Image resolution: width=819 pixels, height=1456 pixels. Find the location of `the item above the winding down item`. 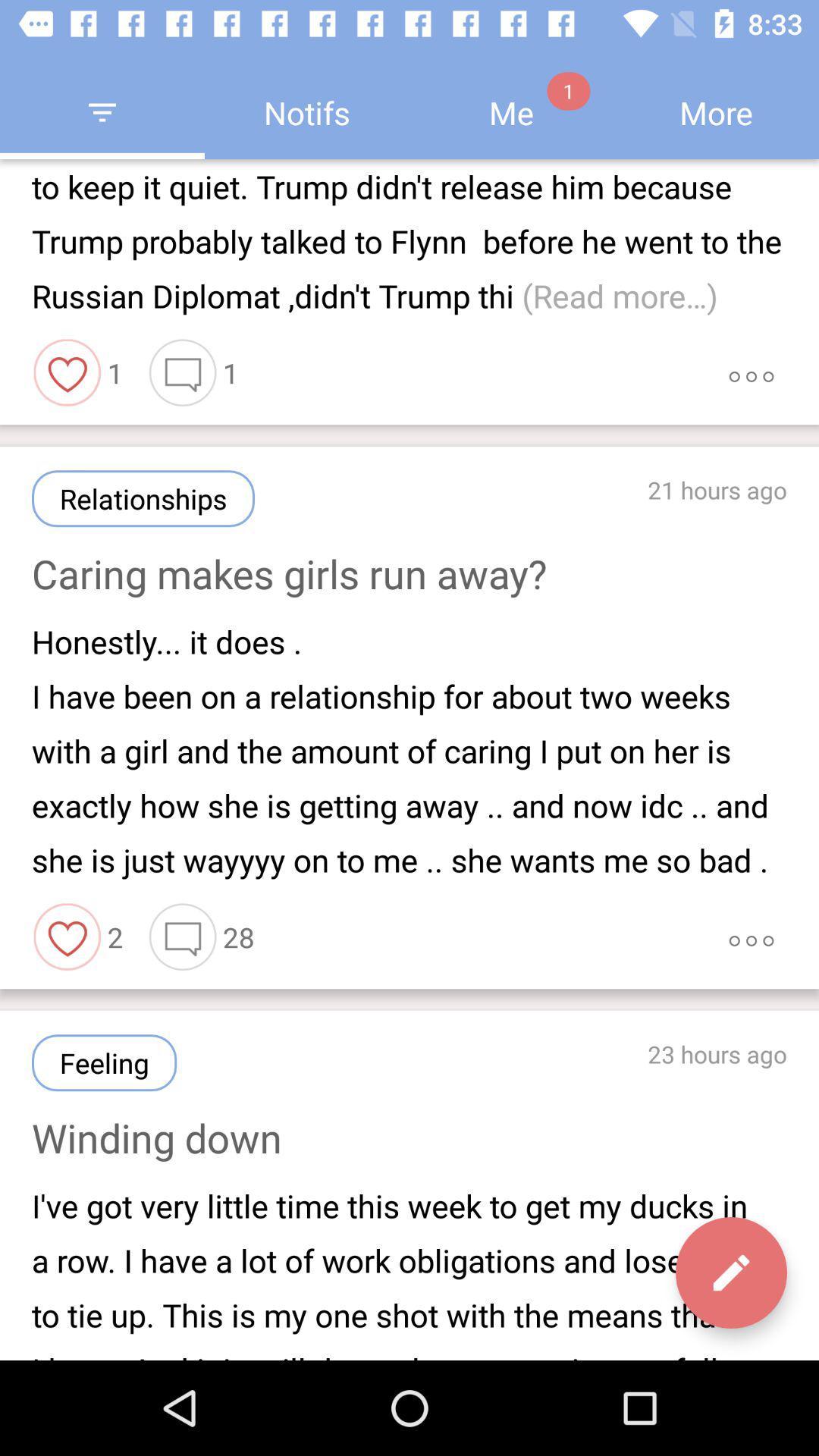

the item above the winding down item is located at coordinates (103, 1062).